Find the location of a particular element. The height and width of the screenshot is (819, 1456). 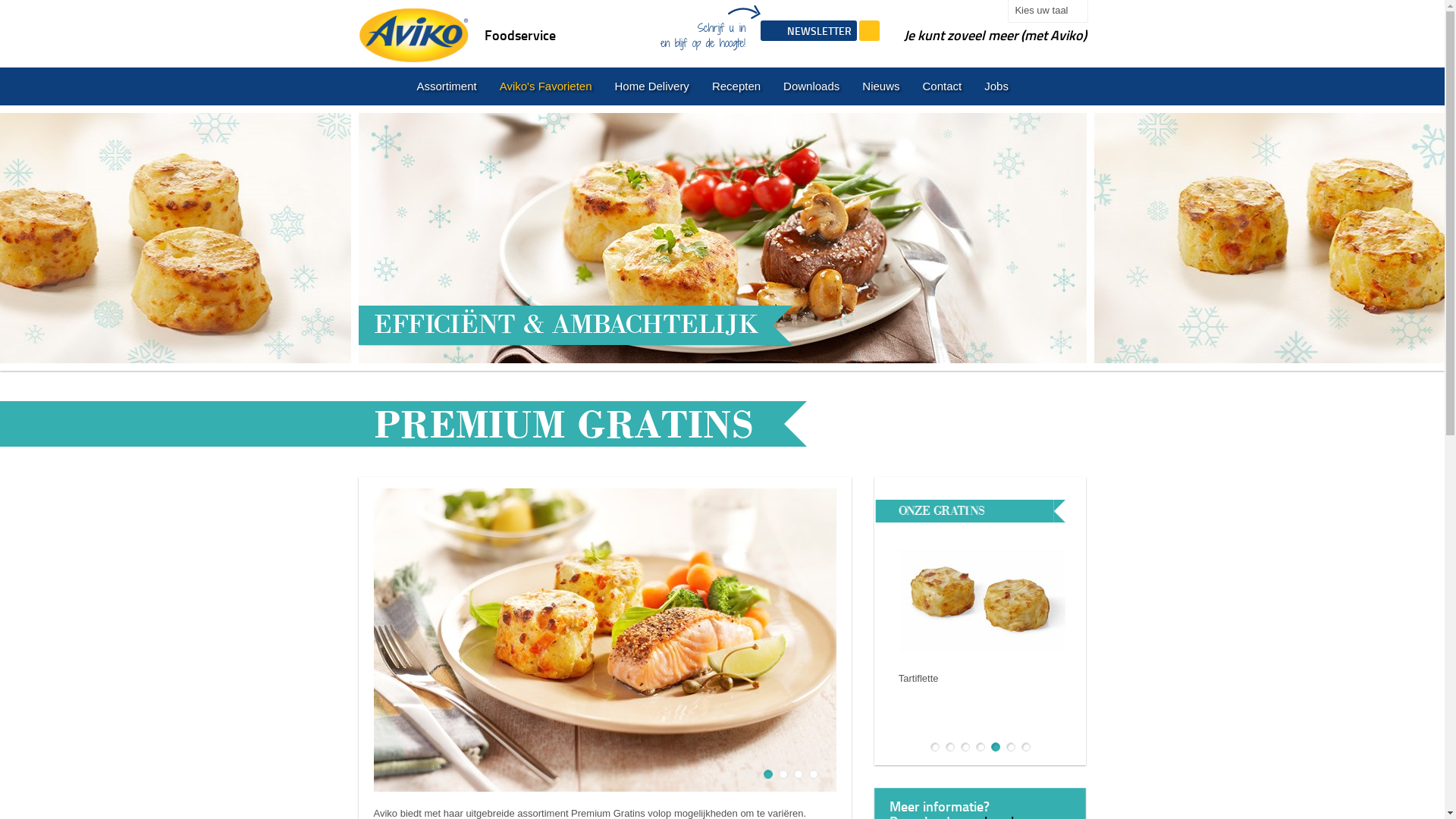

'NEWSLETTER' is located at coordinates (807, 30).